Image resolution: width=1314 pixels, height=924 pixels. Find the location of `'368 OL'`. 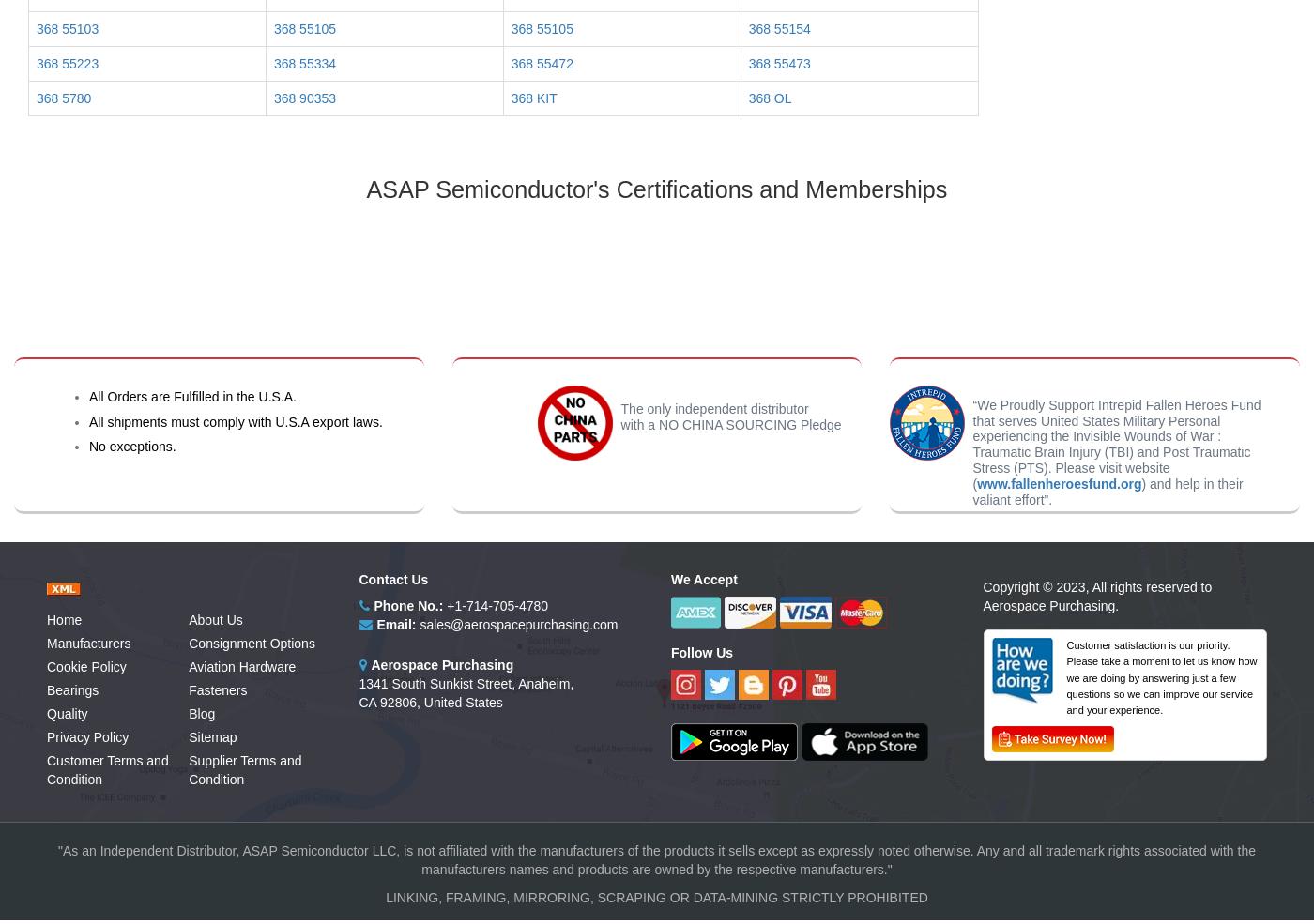

'368 OL' is located at coordinates (748, 98).